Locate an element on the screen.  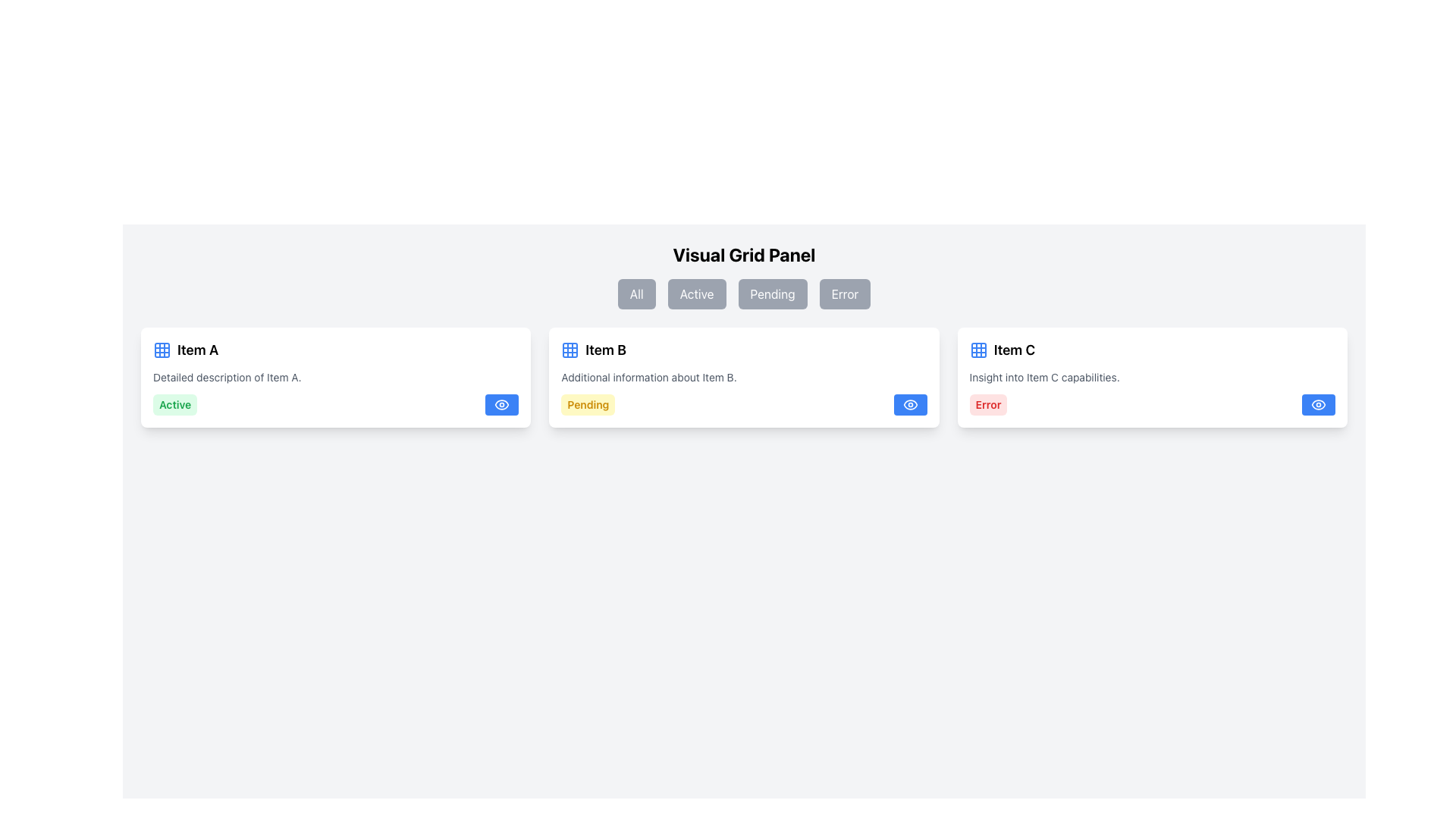
the Icon button located in the bottom-right corner of the card labeled 'Item C' in the 'Visual Grid Panel' is located at coordinates (1317, 403).